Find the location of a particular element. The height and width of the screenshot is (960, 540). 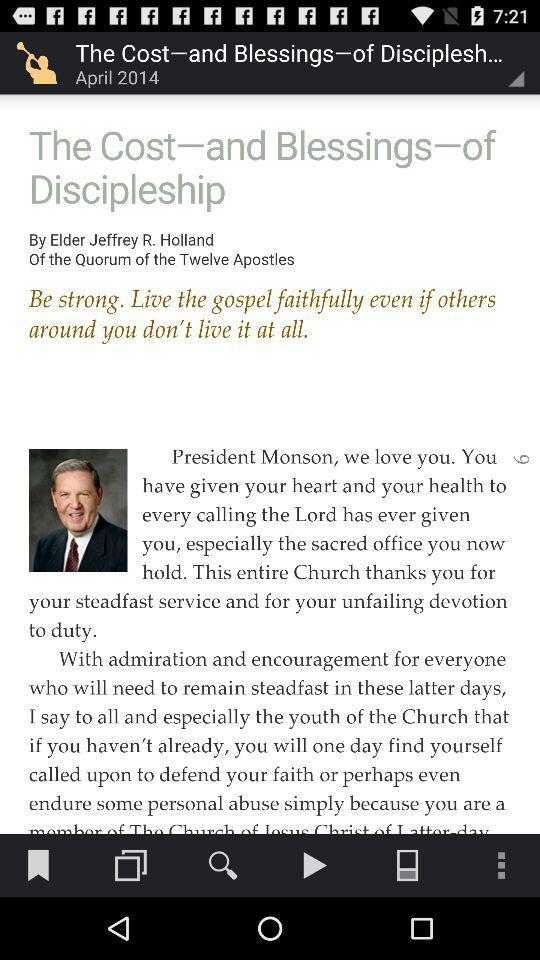

full display is located at coordinates (270, 416).